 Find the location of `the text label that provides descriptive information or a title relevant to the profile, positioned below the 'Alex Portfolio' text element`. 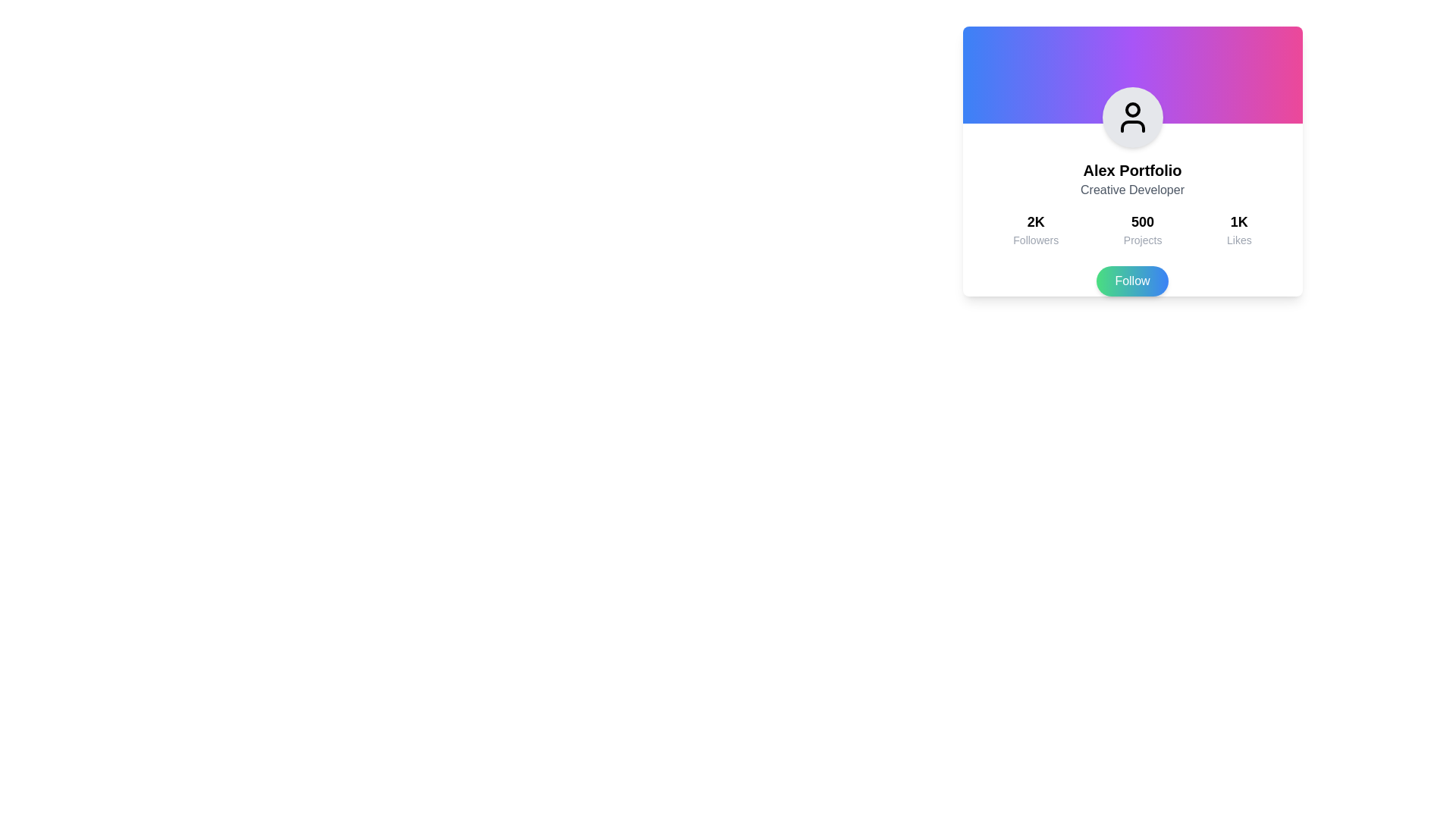

the text label that provides descriptive information or a title relevant to the profile, positioned below the 'Alex Portfolio' text element is located at coordinates (1132, 189).